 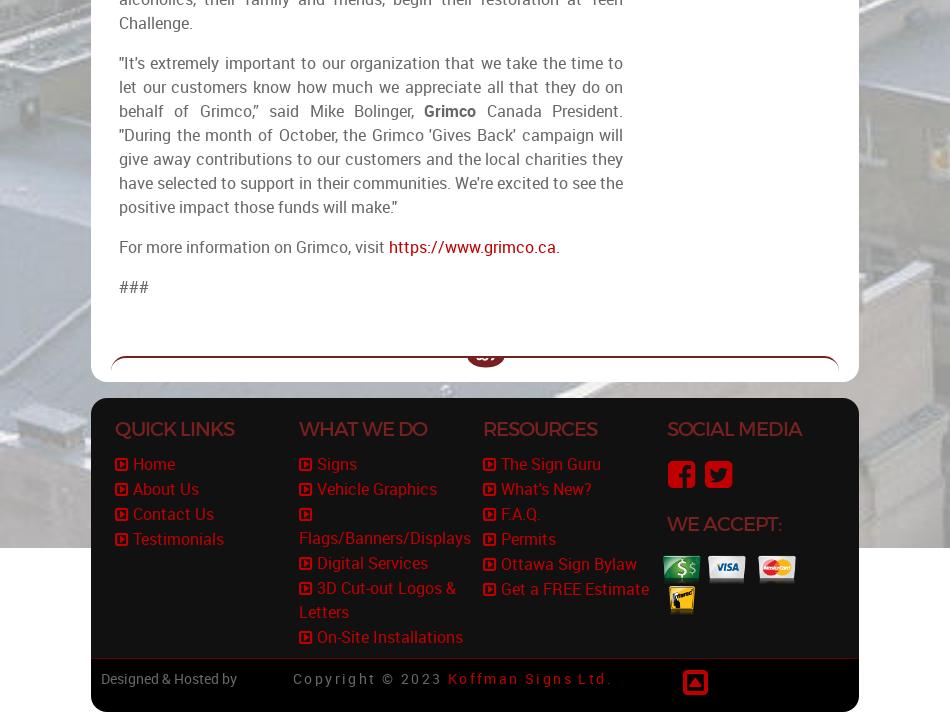 What do you see at coordinates (501, 464) in the screenshot?
I see `'The Sign Guru'` at bounding box center [501, 464].